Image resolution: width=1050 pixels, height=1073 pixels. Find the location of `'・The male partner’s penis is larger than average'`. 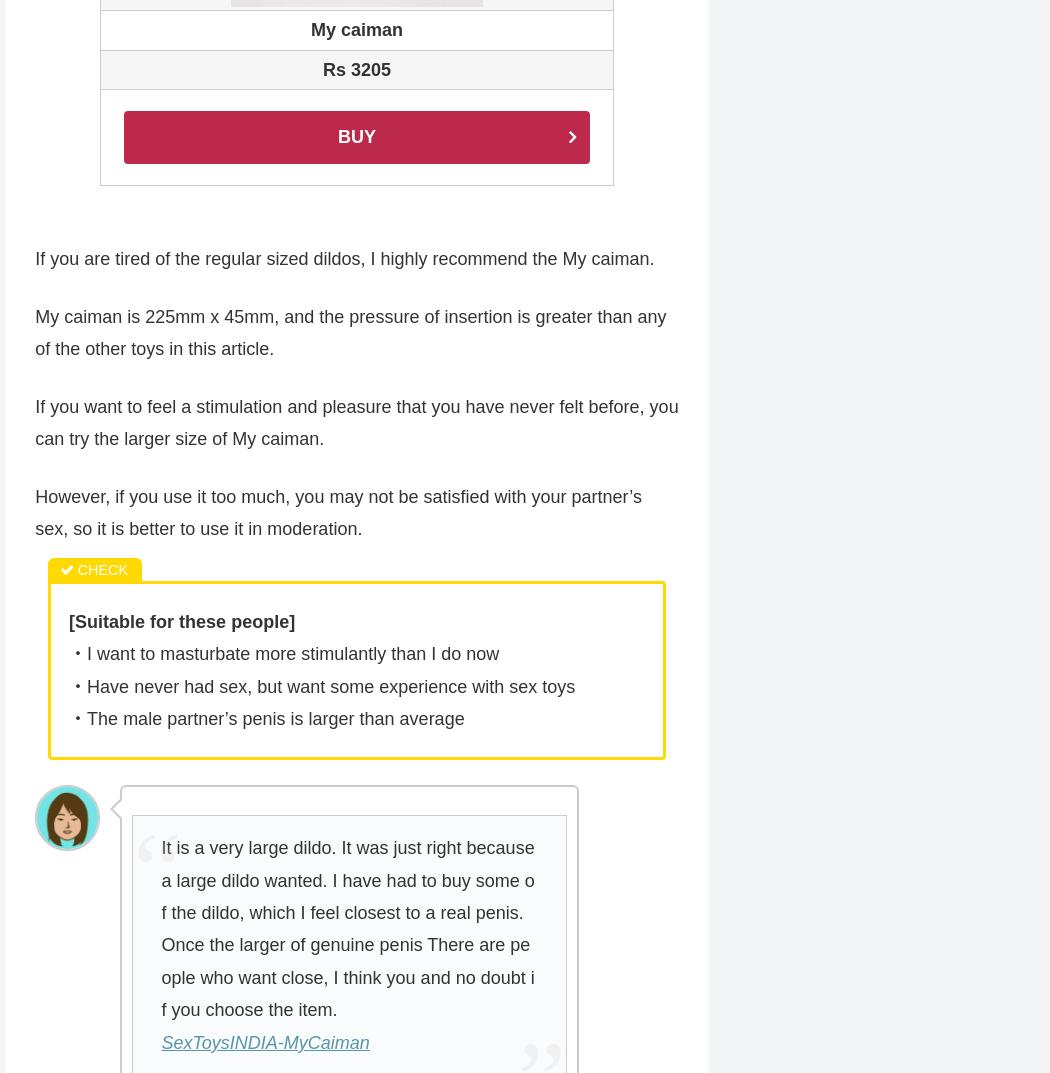

'・The male partner’s penis is larger than average' is located at coordinates (265, 719).